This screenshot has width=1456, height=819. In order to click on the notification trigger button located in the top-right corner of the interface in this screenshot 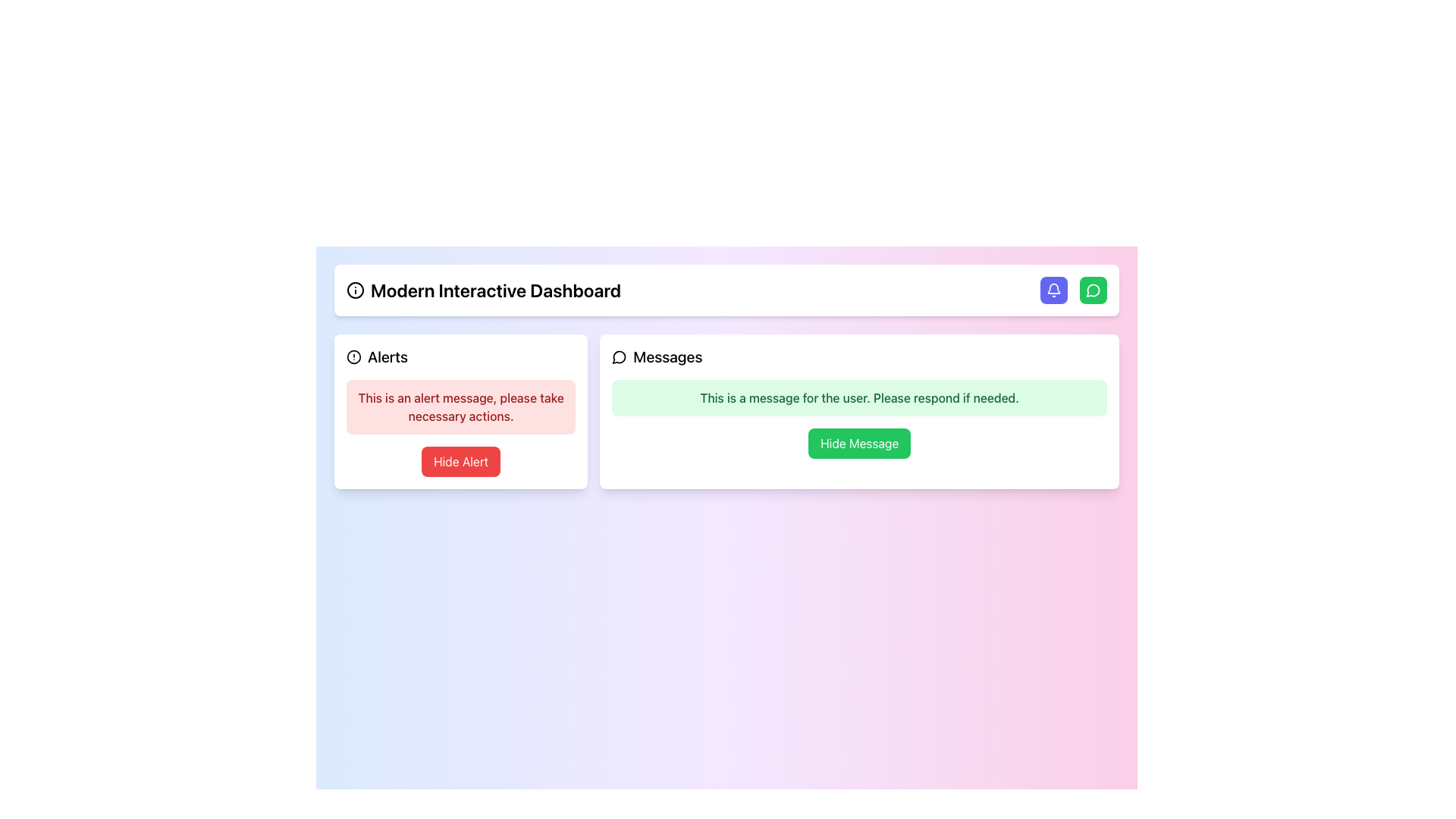, I will do `click(1053, 290)`.